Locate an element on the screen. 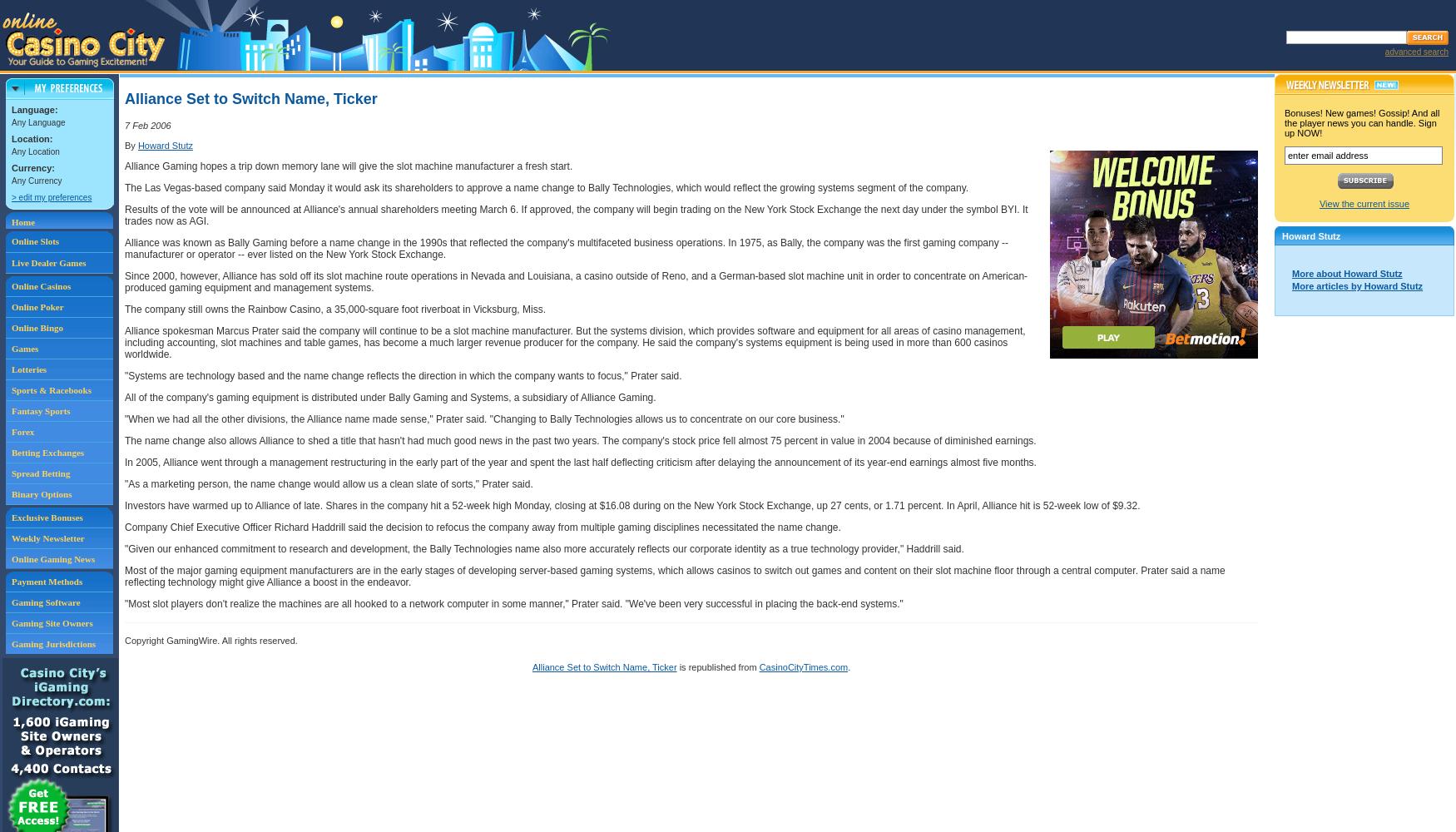 The height and width of the screenshot is (832, 1456). '"Systems are technology based and the name change reflects the direction in which the company wants to focus," Prater said.' is located at coordinates (403, 375).